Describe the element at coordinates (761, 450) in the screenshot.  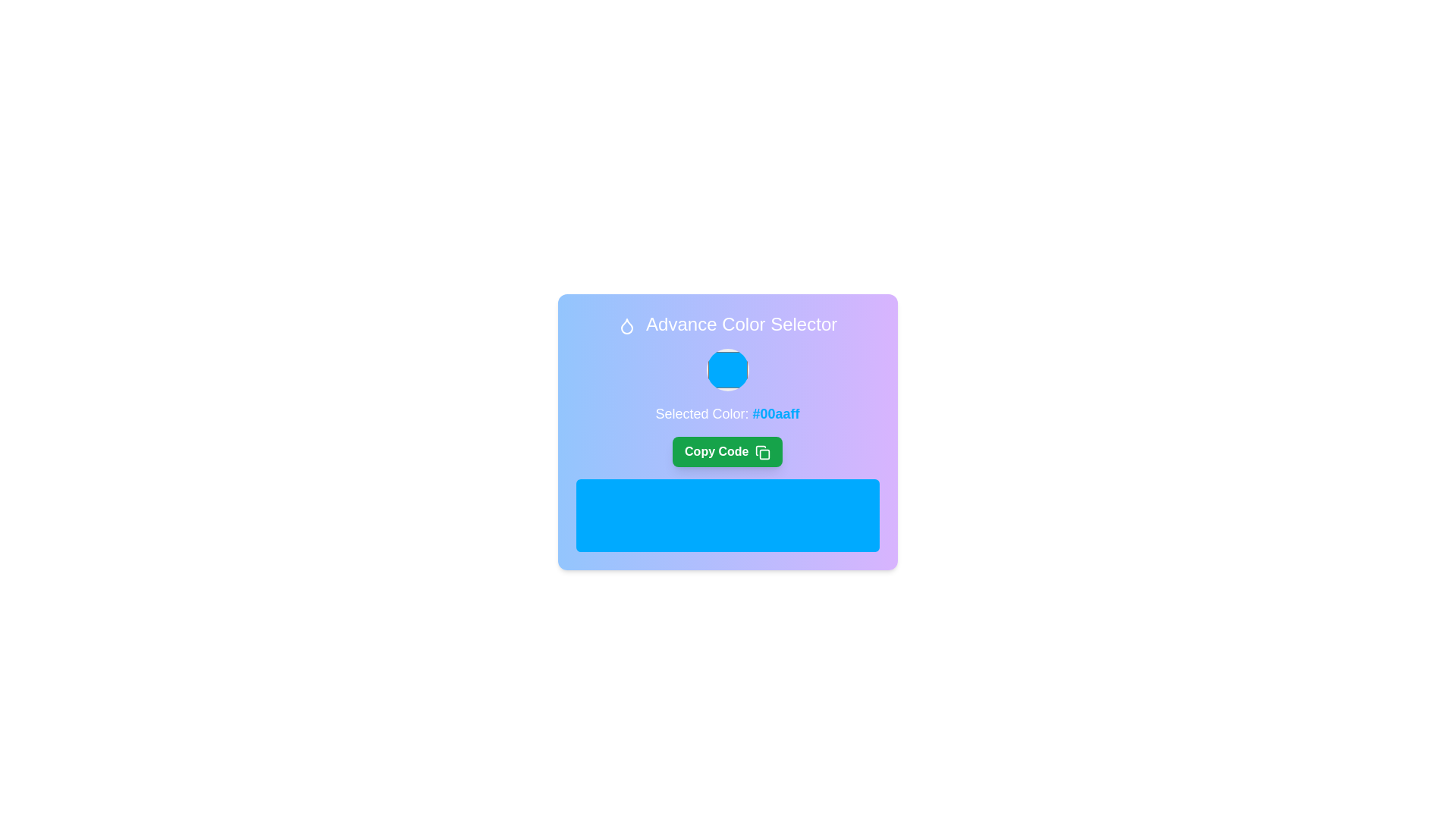
I see `the graphic icon representing a page-like shape with rounded edges, which is part of the 'lucide-copy' SVG element and located at the bottom-right corner of the card with the 'Copy Code' button` at that location.